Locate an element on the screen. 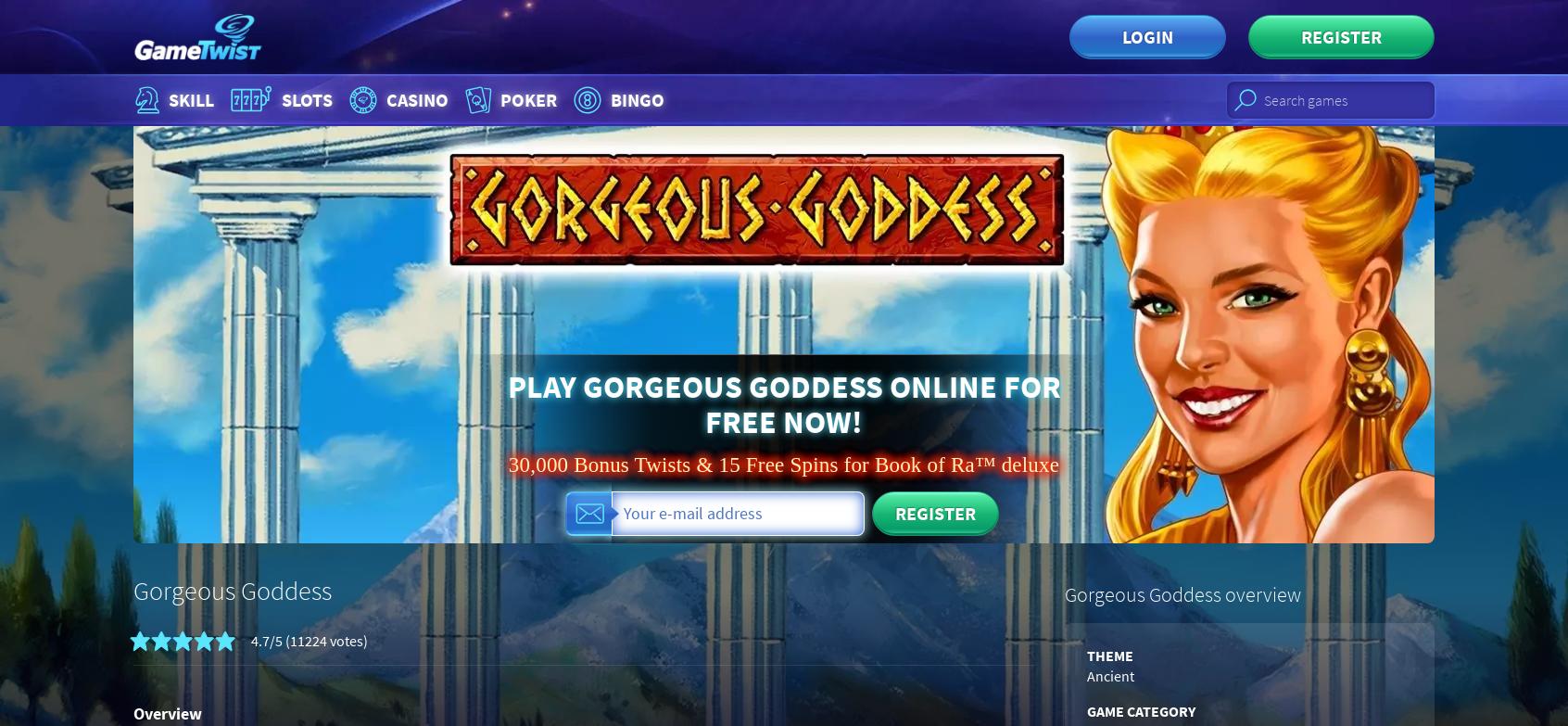  '4.7/5 (11224 votes)' is located at coordinates (309, 639).